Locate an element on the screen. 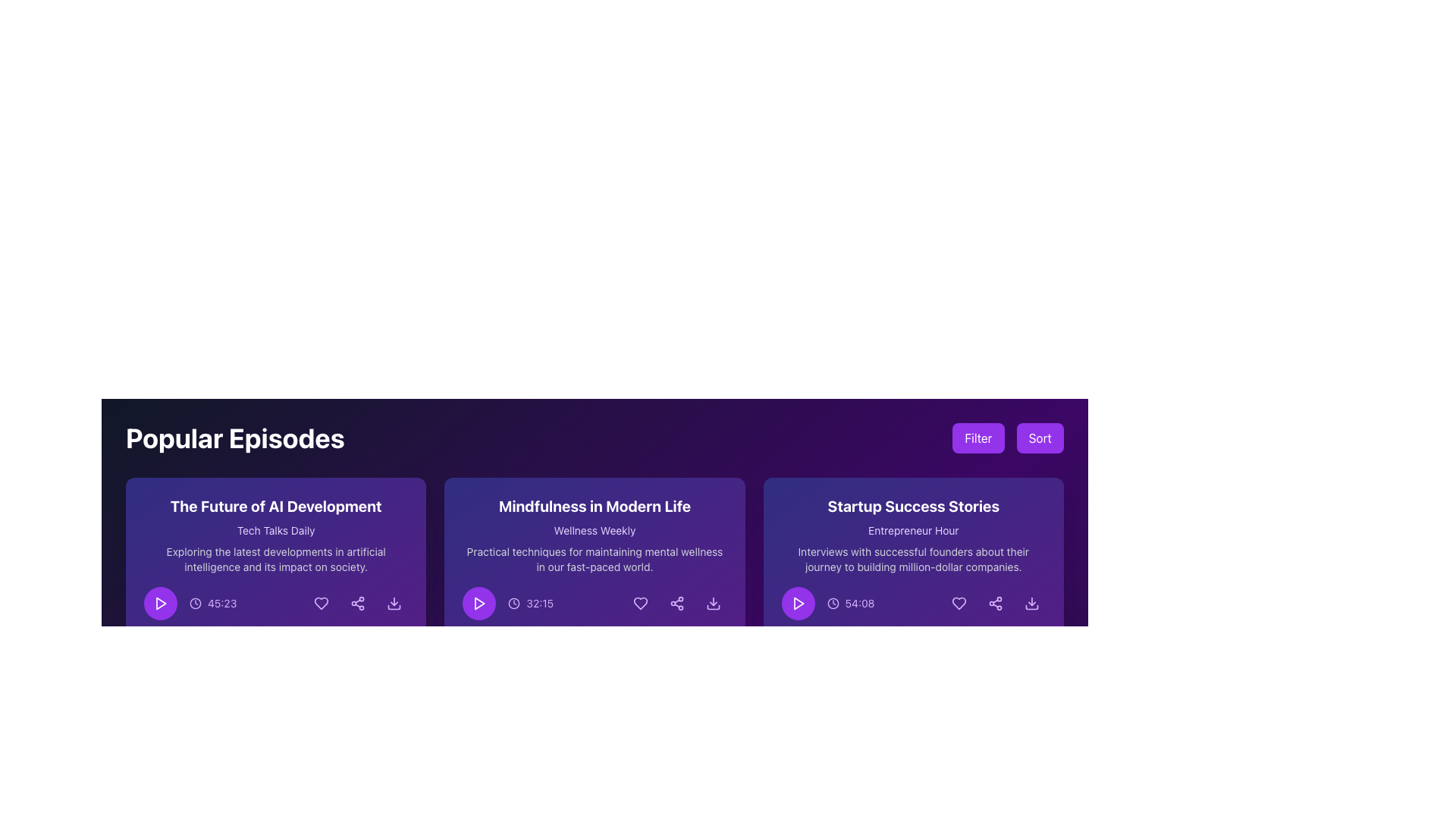 The width and height of the screenshot is (1456, 819). the text block that provides a brief description of the podcast episode under the 'Popular Episodes' section, specifically the third text element under 'The Future of AI Development' is located at coordinates (276, 559).